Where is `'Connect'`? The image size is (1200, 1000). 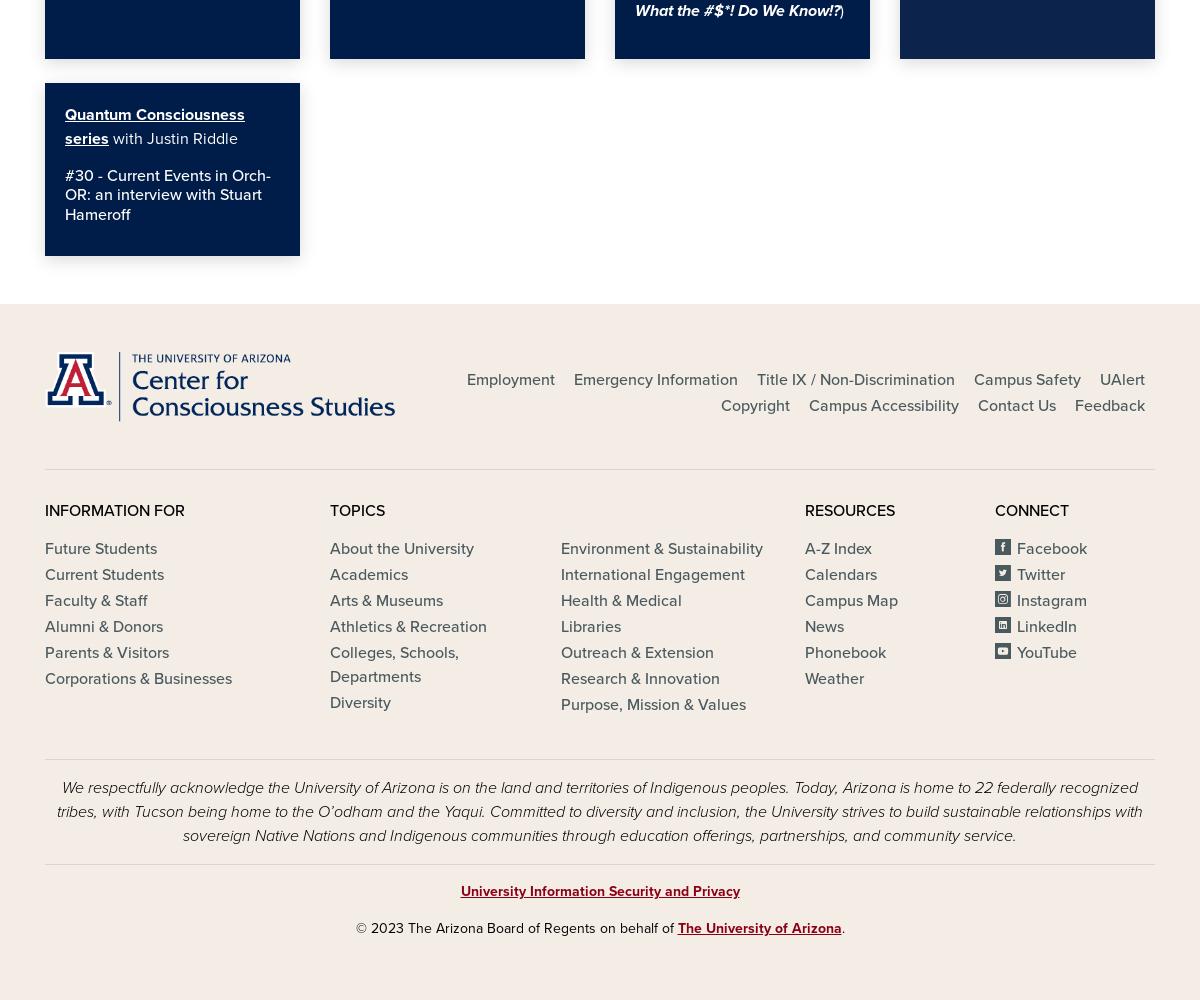 'Connect' is located at coordinates (1032, 510).